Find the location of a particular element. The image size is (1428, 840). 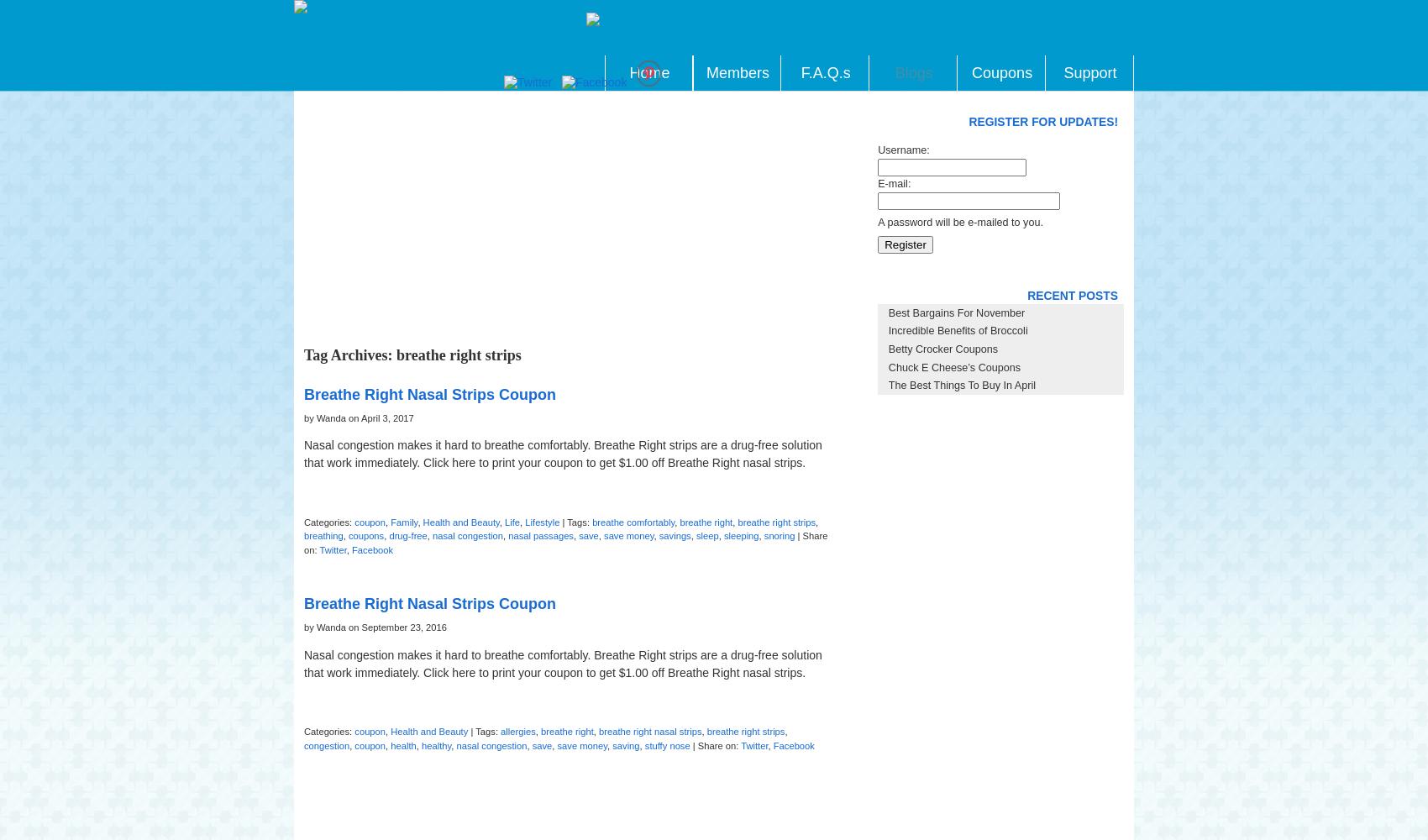

'F.A.Q.s' is located at coordinates (824, 72).